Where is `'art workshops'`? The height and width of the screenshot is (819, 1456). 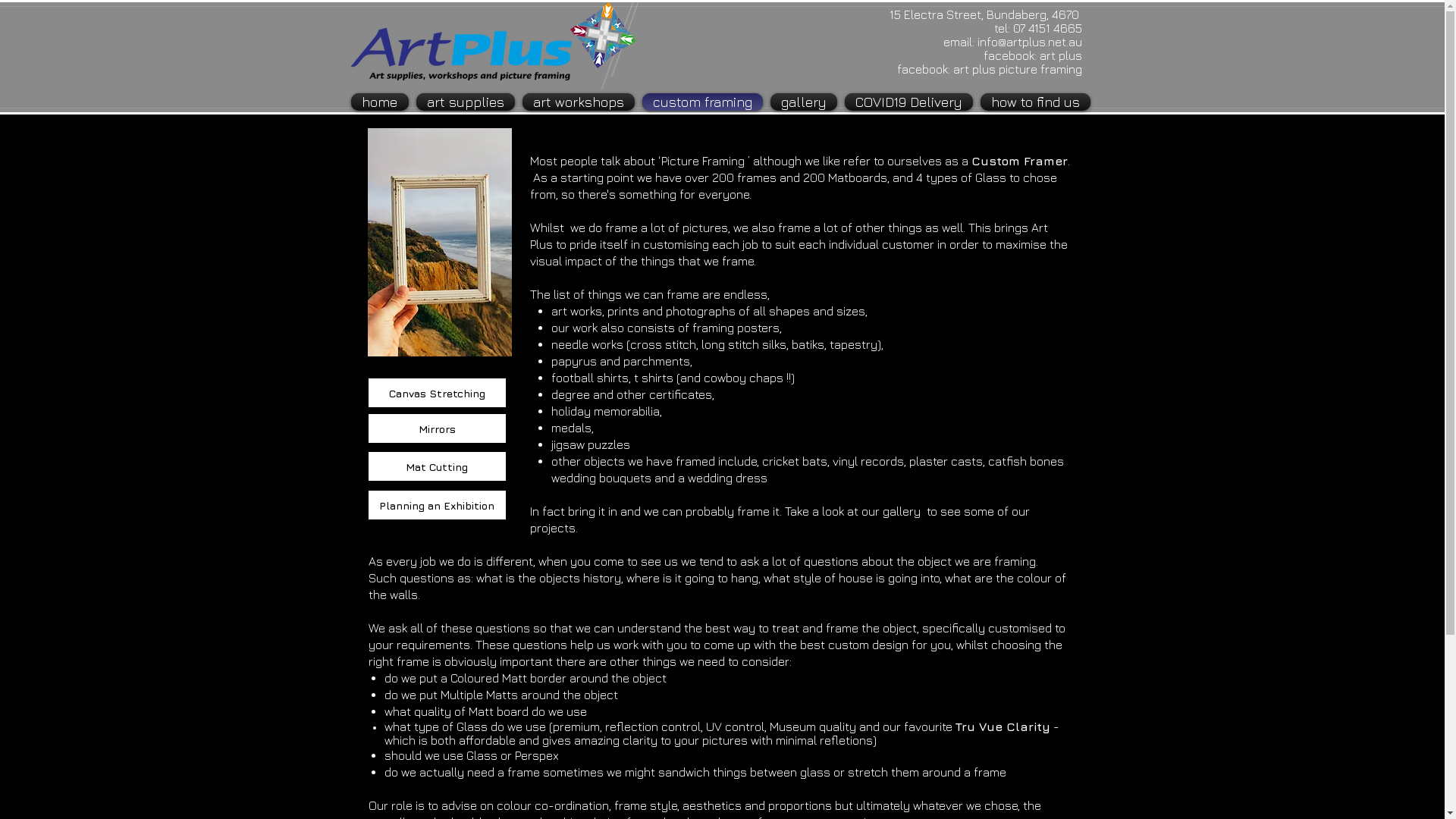 'art workshops' is located at coordinates (519, 102).